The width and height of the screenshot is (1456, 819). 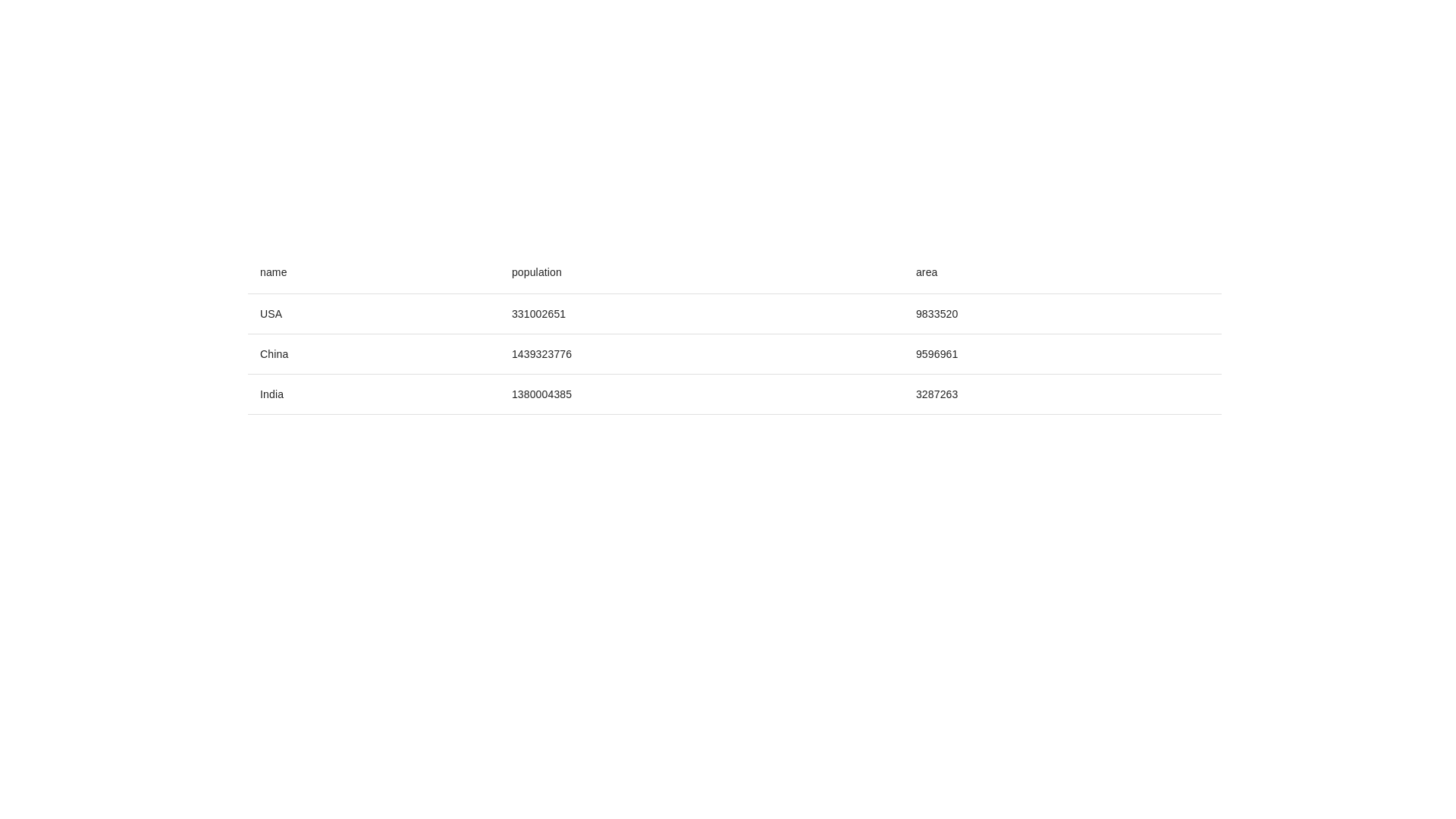 What do you see at coordinates (373, 312) in the screenshot?
I see `the first cell of the first data row in the table that displays the country name 'USA'` at bounding box center [373, 312].